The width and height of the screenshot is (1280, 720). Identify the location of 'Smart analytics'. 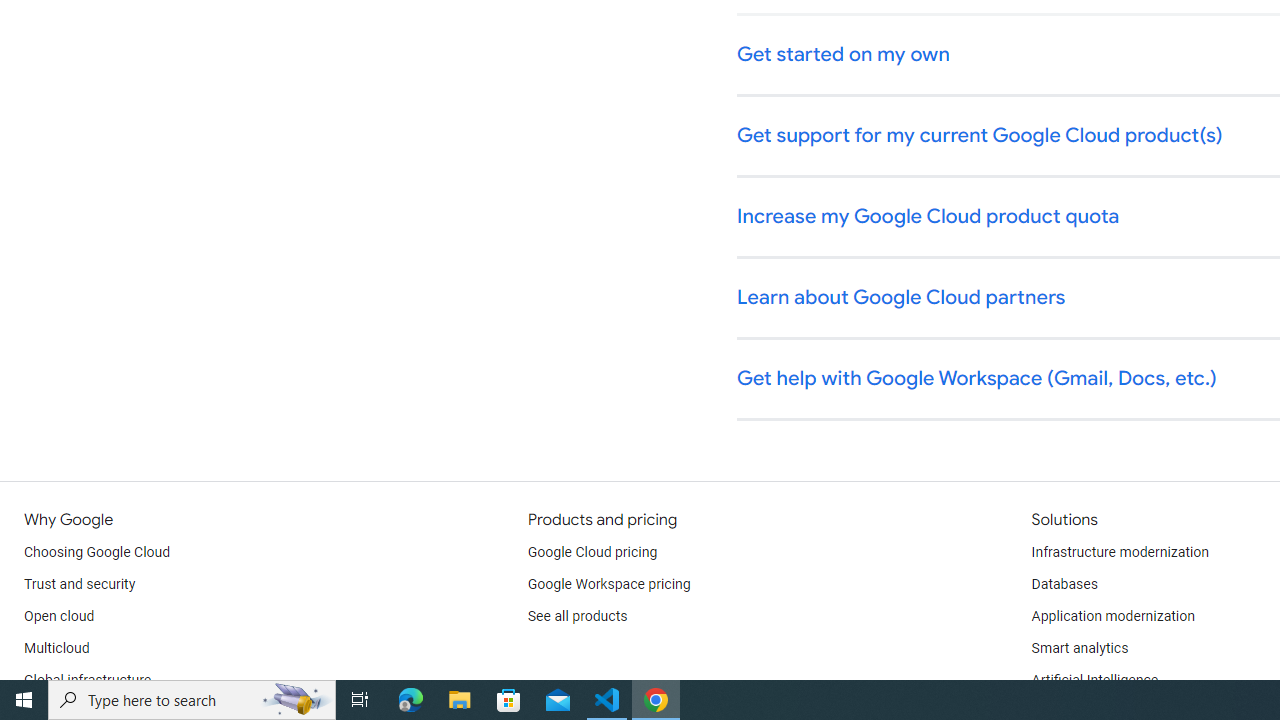
(1078, 649).